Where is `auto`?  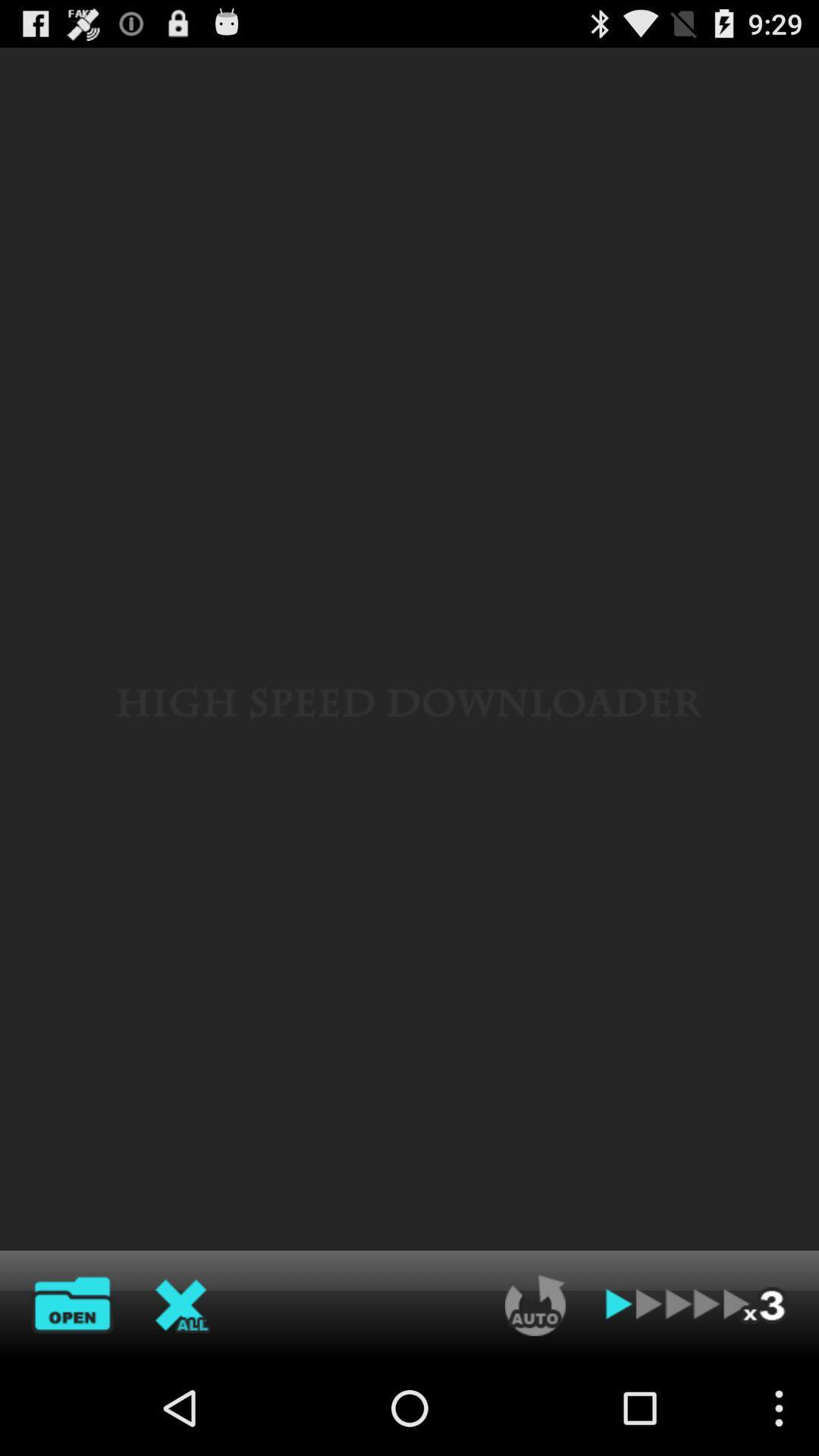
auto is located at coordinates (535, 1304).